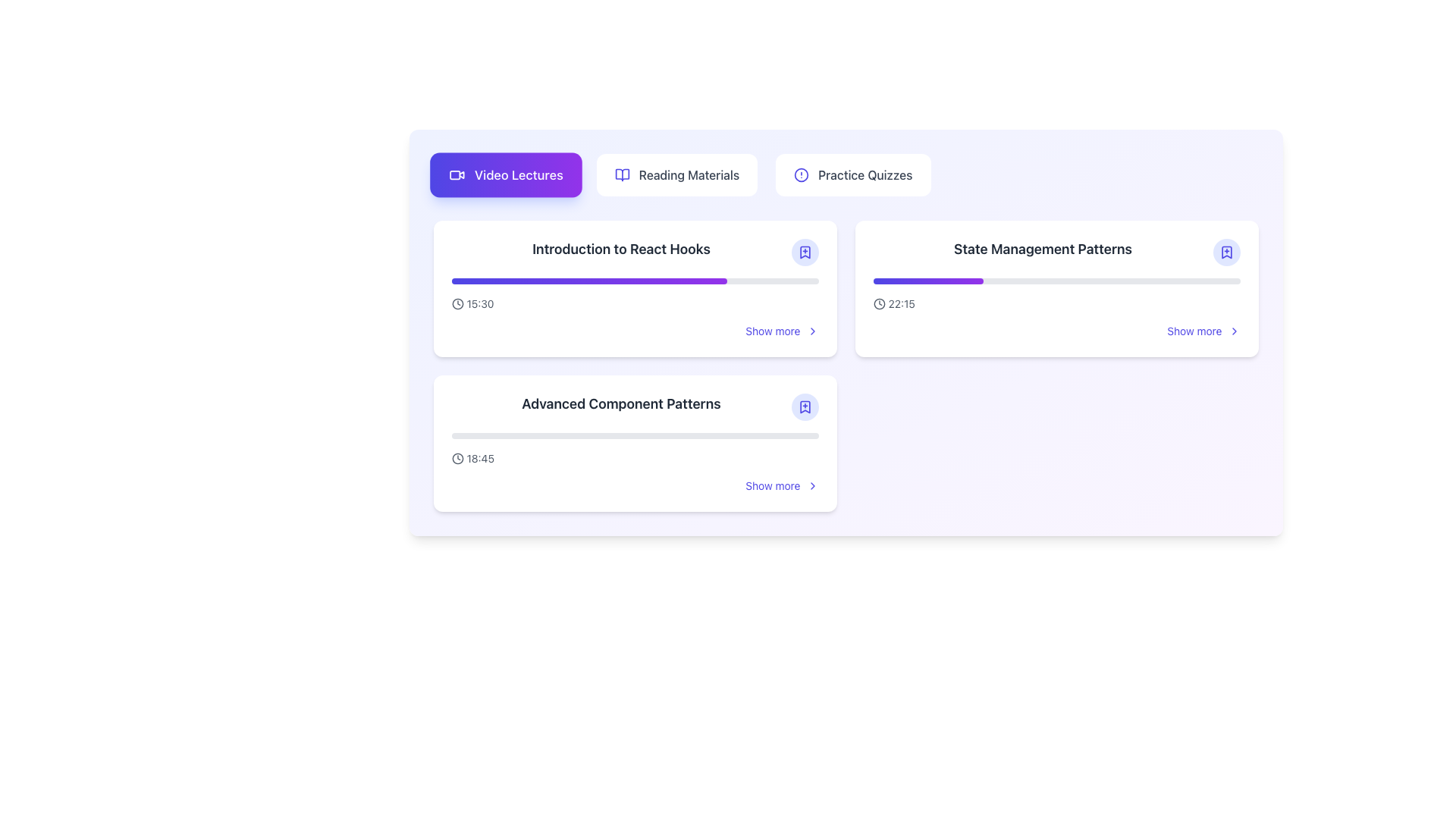 Image resolution: width=1456 pixels, height=819 pixels. What do you see at coordinates (457, 458) in the screenshot?
I see `the circular outline representing the outer circle of the clock icon located in the lower left corner of the 'Advanced Component Patterns' card` at bounding box center [457, 458].